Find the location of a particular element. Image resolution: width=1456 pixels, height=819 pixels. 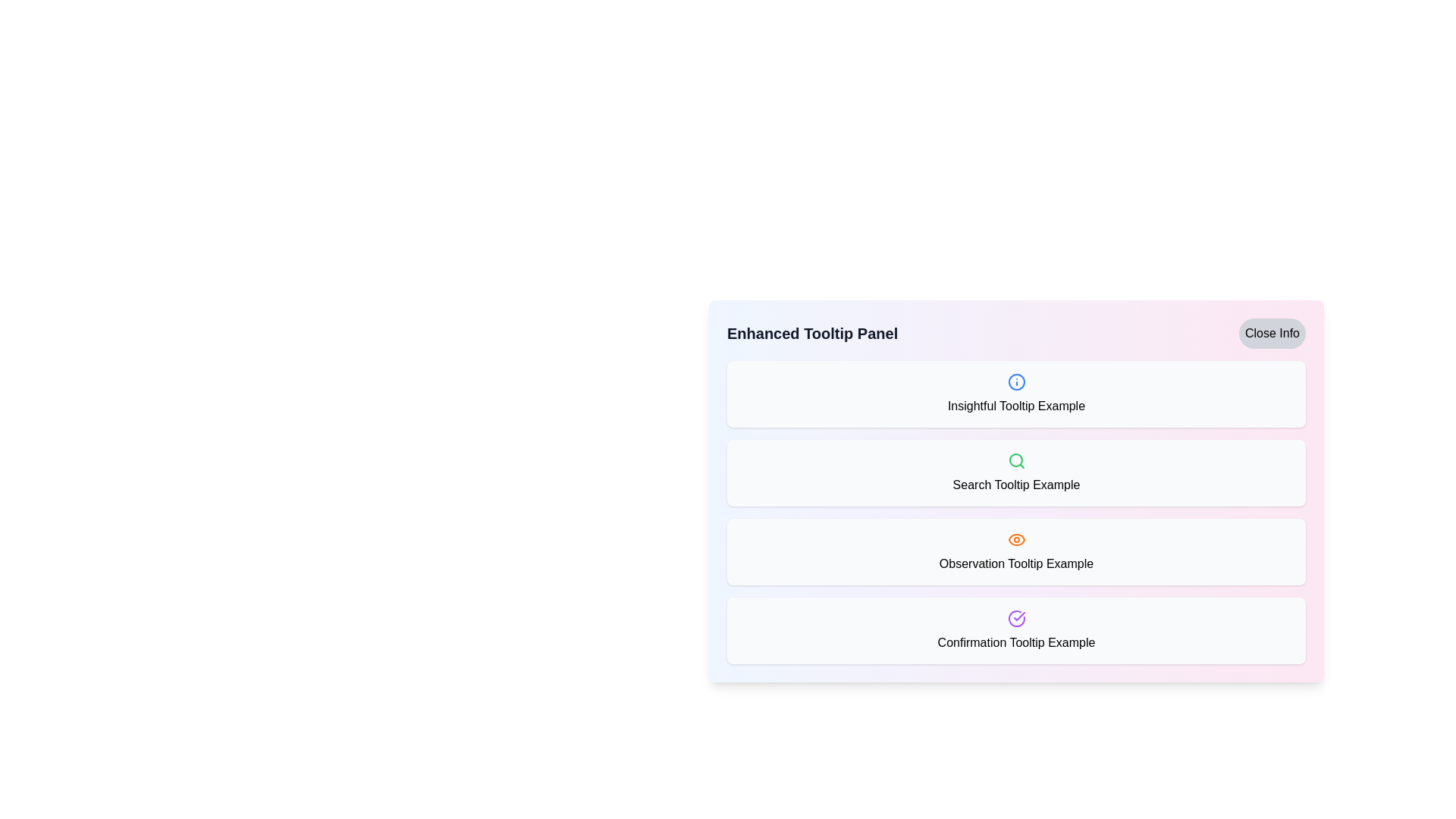

the text label displaying 'Observation Tooltip Example', which is the third item in a vertical stack of similar elements is located at coordinates (1016, 564).